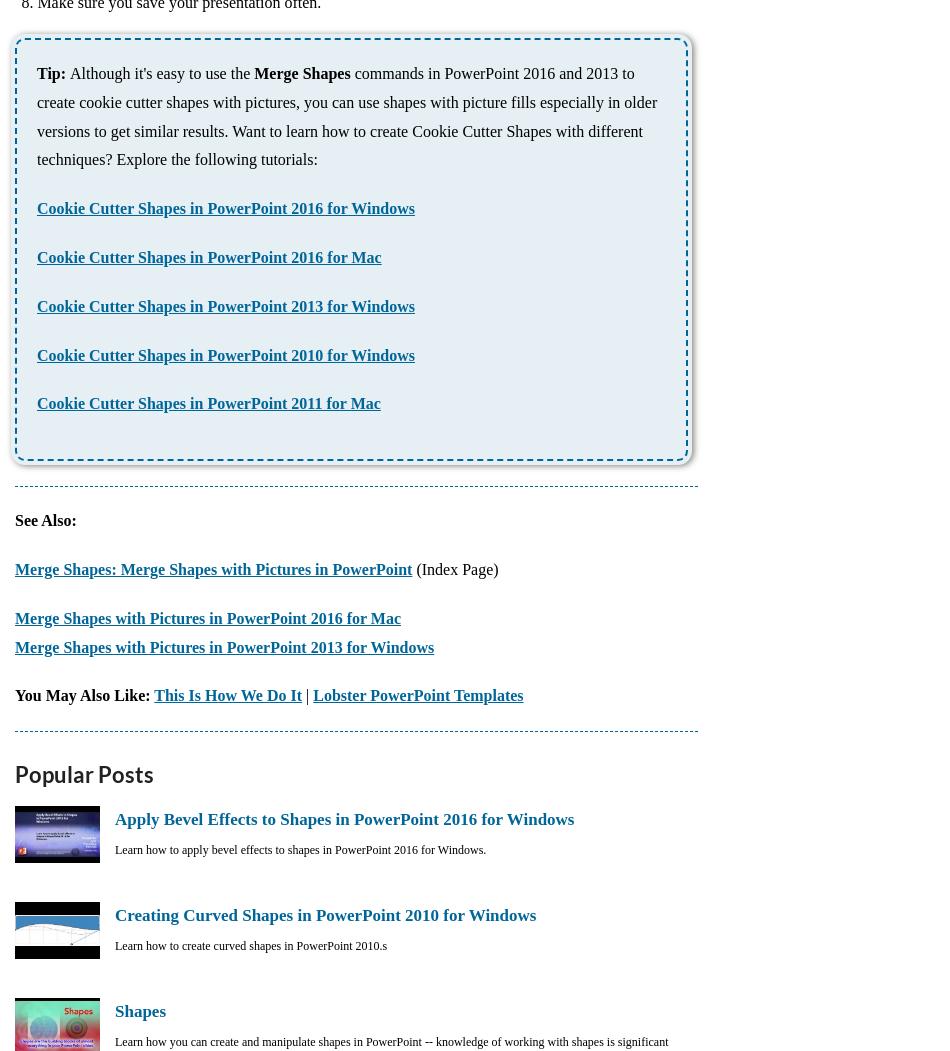  What do you see at coordinates (253, 72) in the screenshot?
I see `'Merge Shapes'` at bounding box center [253, 72].